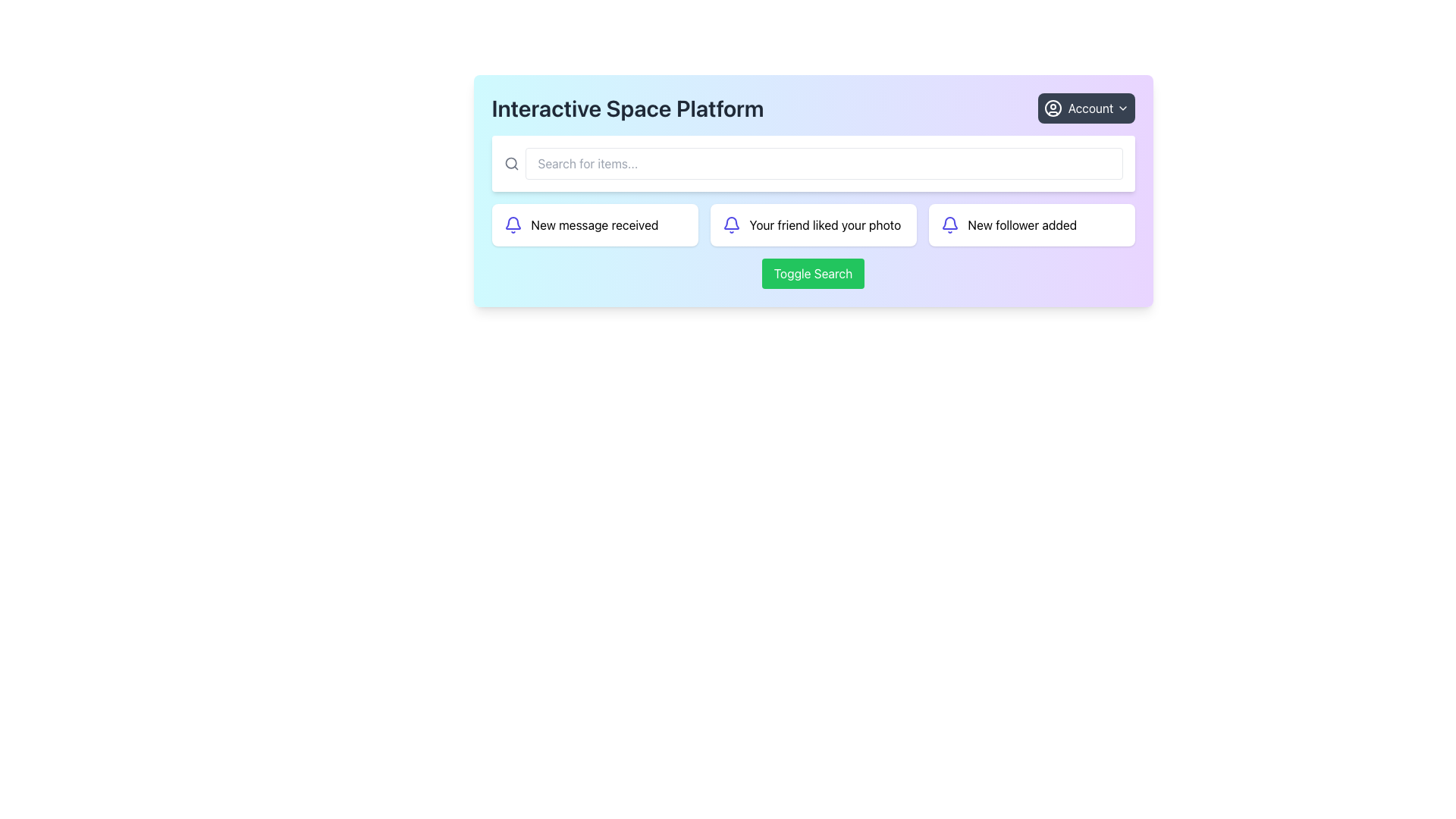 The image size is (1456, 819). I want to click on the Search icon located at the far-left side of the search bar within the header section, which visually indicates a search action, so click(511, 164).